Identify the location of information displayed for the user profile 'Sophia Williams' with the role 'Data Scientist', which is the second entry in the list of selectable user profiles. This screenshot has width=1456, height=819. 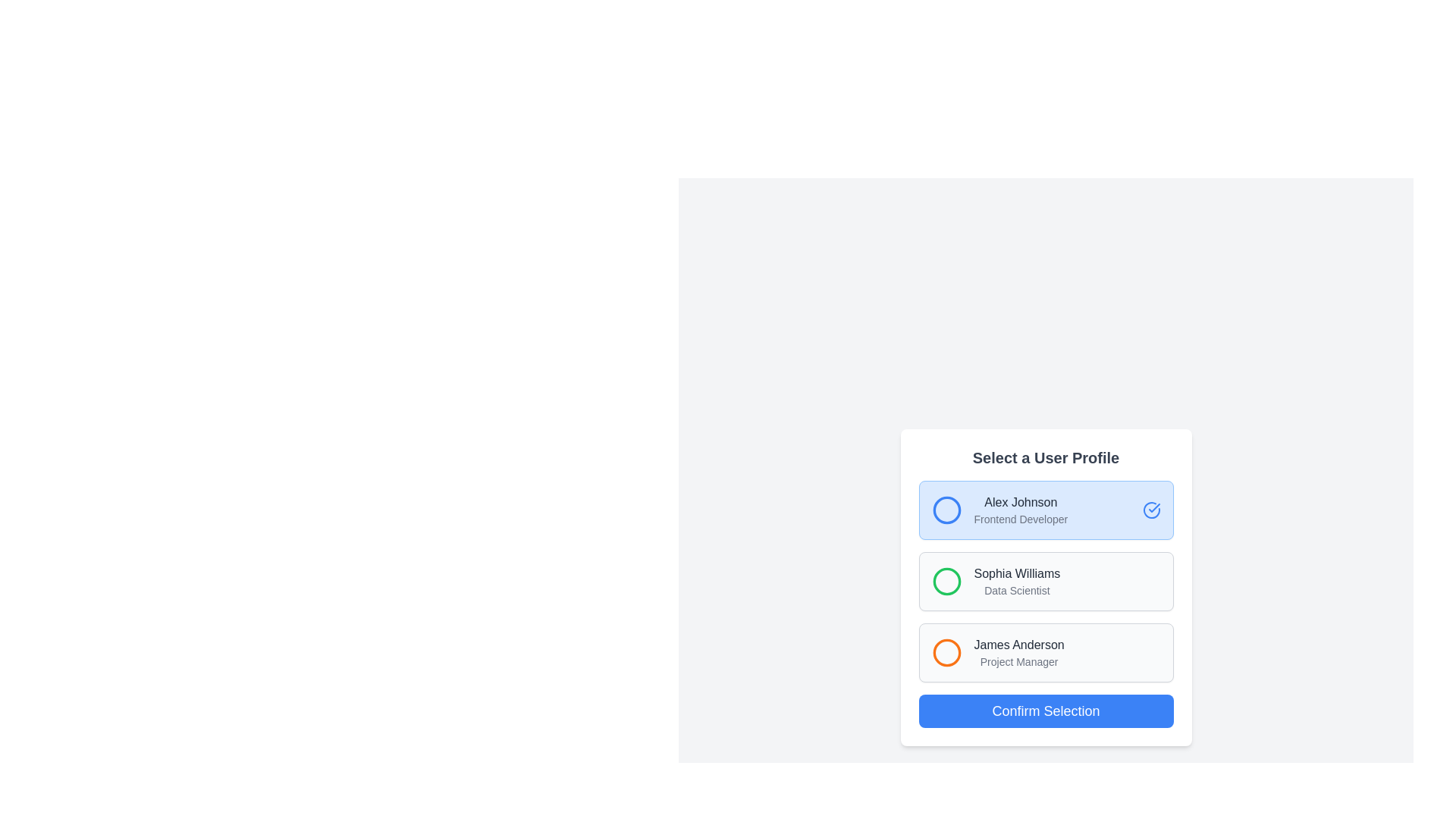
(996, 581).